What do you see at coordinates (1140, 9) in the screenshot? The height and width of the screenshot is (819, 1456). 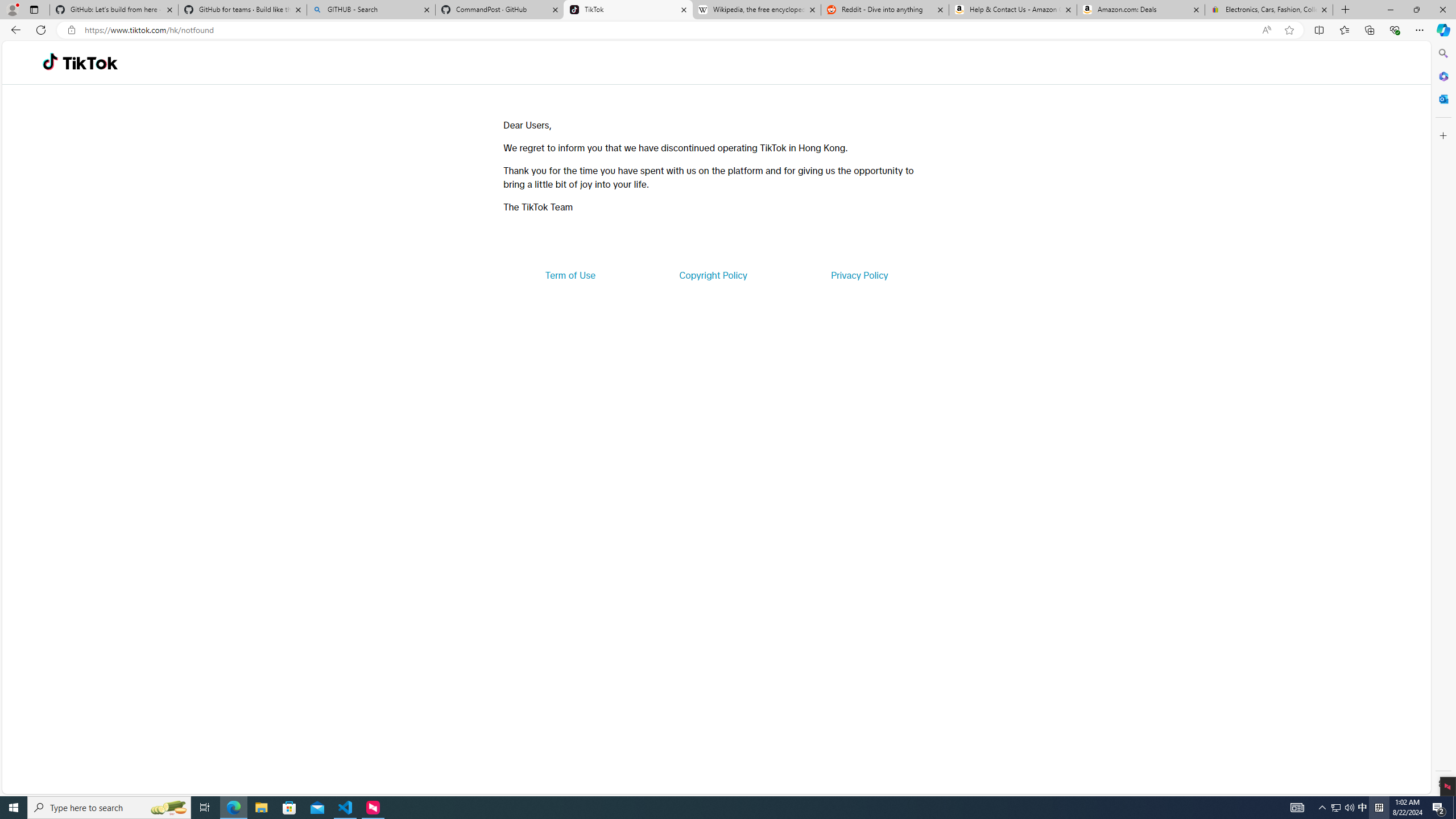 I see `'Amazon.com: Deals'` at bounding box center [1140, 9].